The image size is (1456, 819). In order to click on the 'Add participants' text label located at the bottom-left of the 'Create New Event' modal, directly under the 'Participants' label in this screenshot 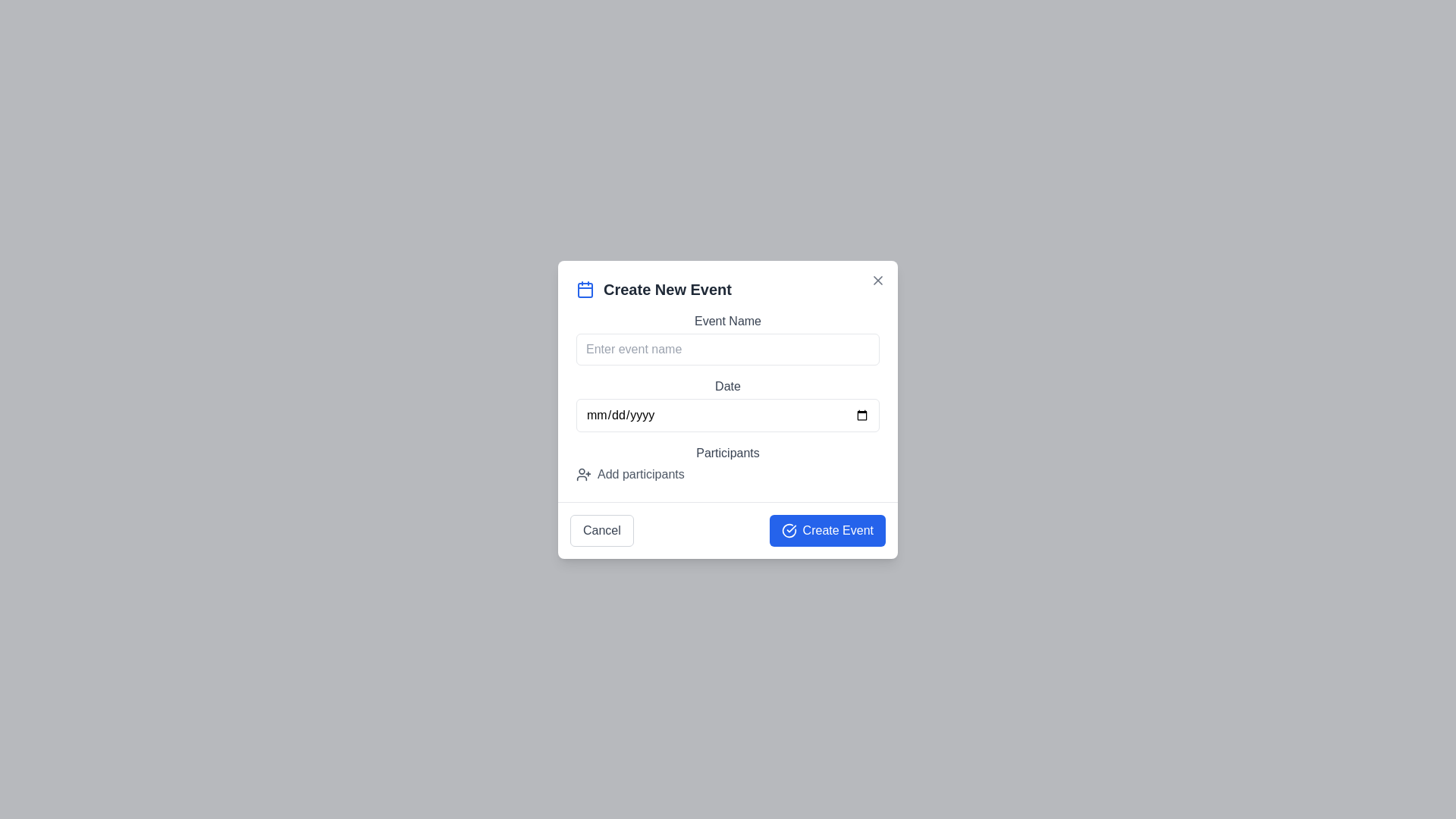, I will do `click(641, 473)`.